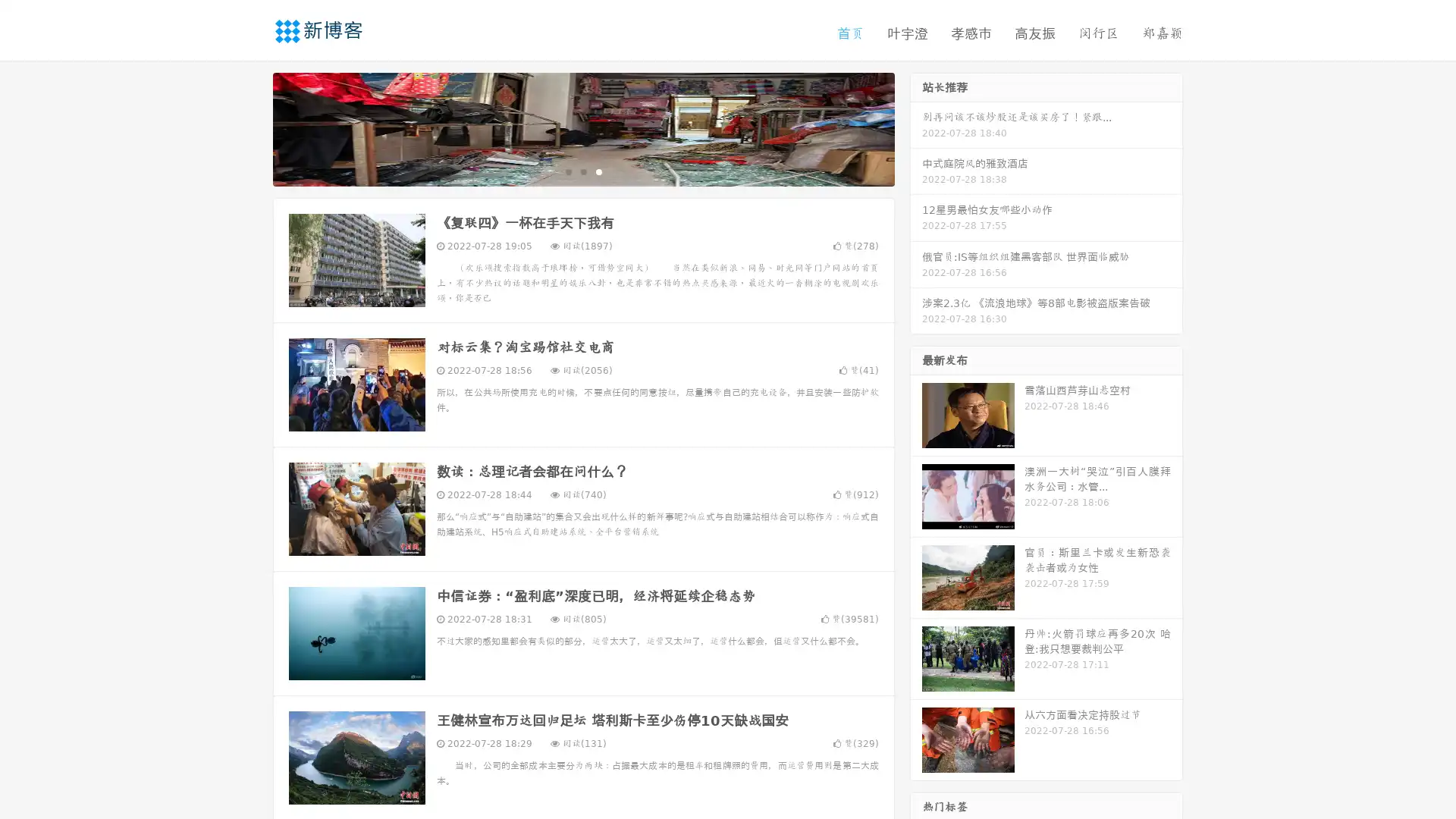 The height and width of the screenshot is (819, 1456). I want to click on Go to slide 1, so click(567, 171).